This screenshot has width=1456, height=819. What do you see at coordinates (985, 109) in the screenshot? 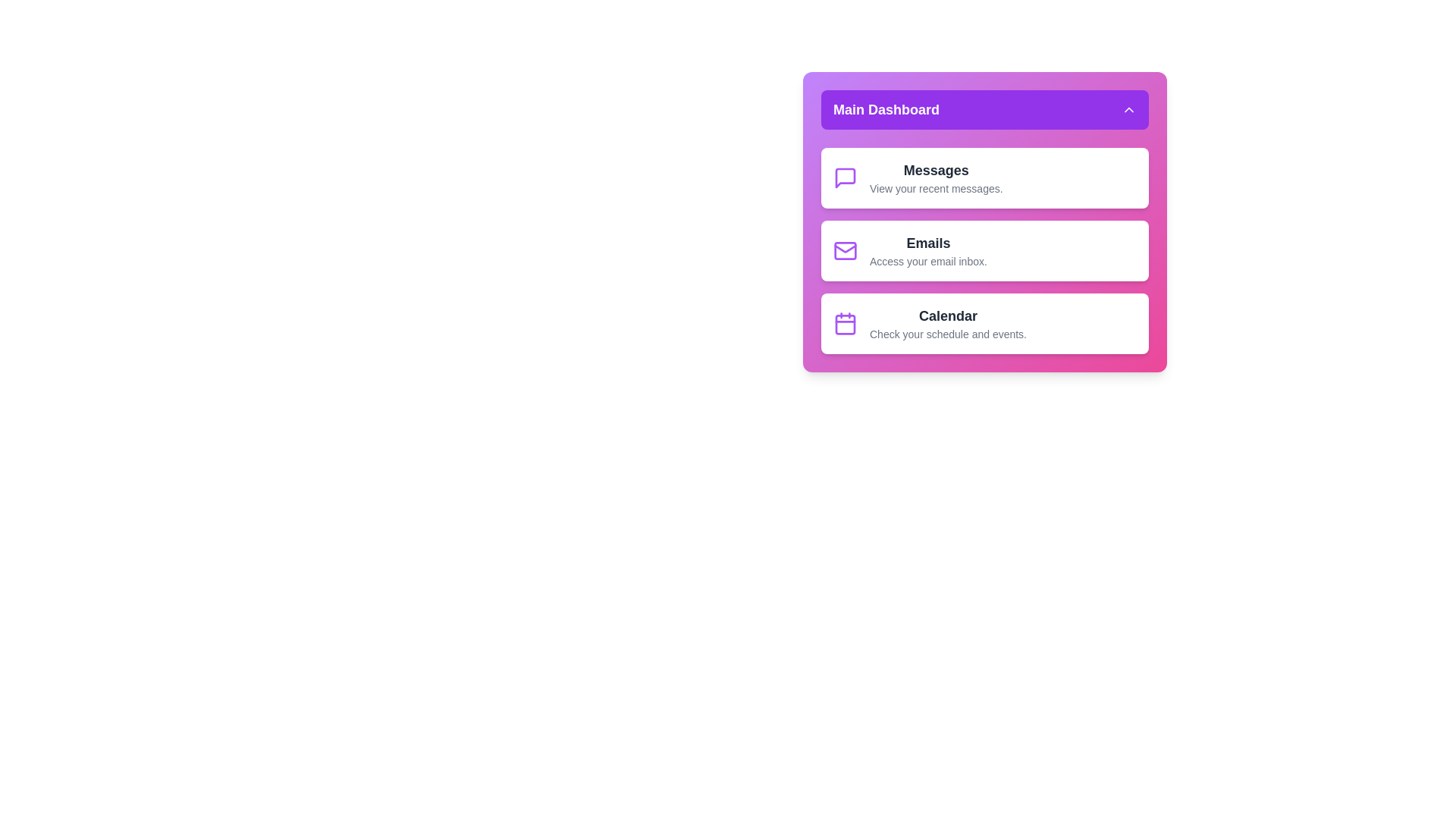
I see `toggle button to hide the menu` at bounding box center [985, 109].